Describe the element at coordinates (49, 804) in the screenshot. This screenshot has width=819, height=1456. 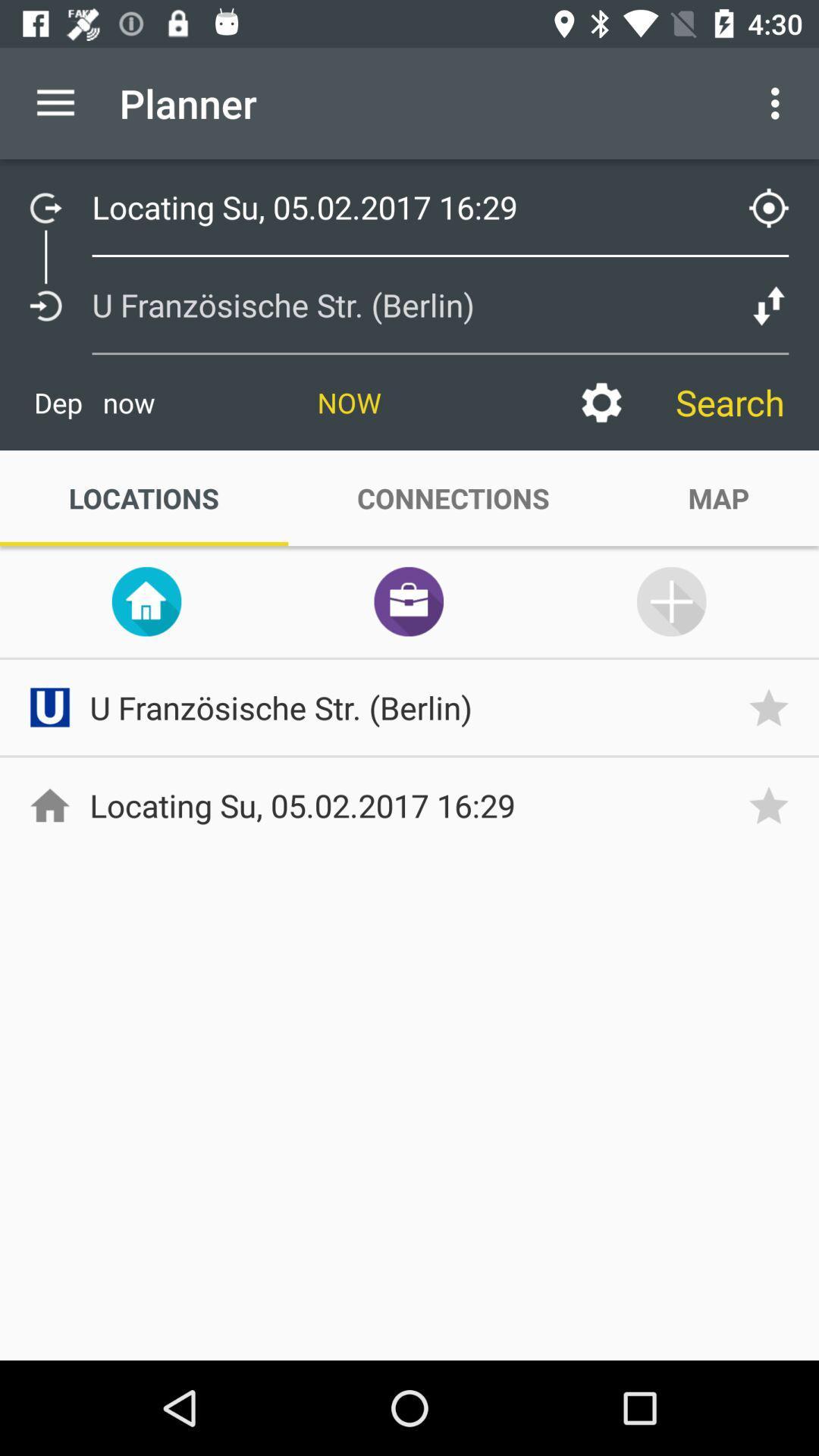
I see `the first home button from bottom` at that location.